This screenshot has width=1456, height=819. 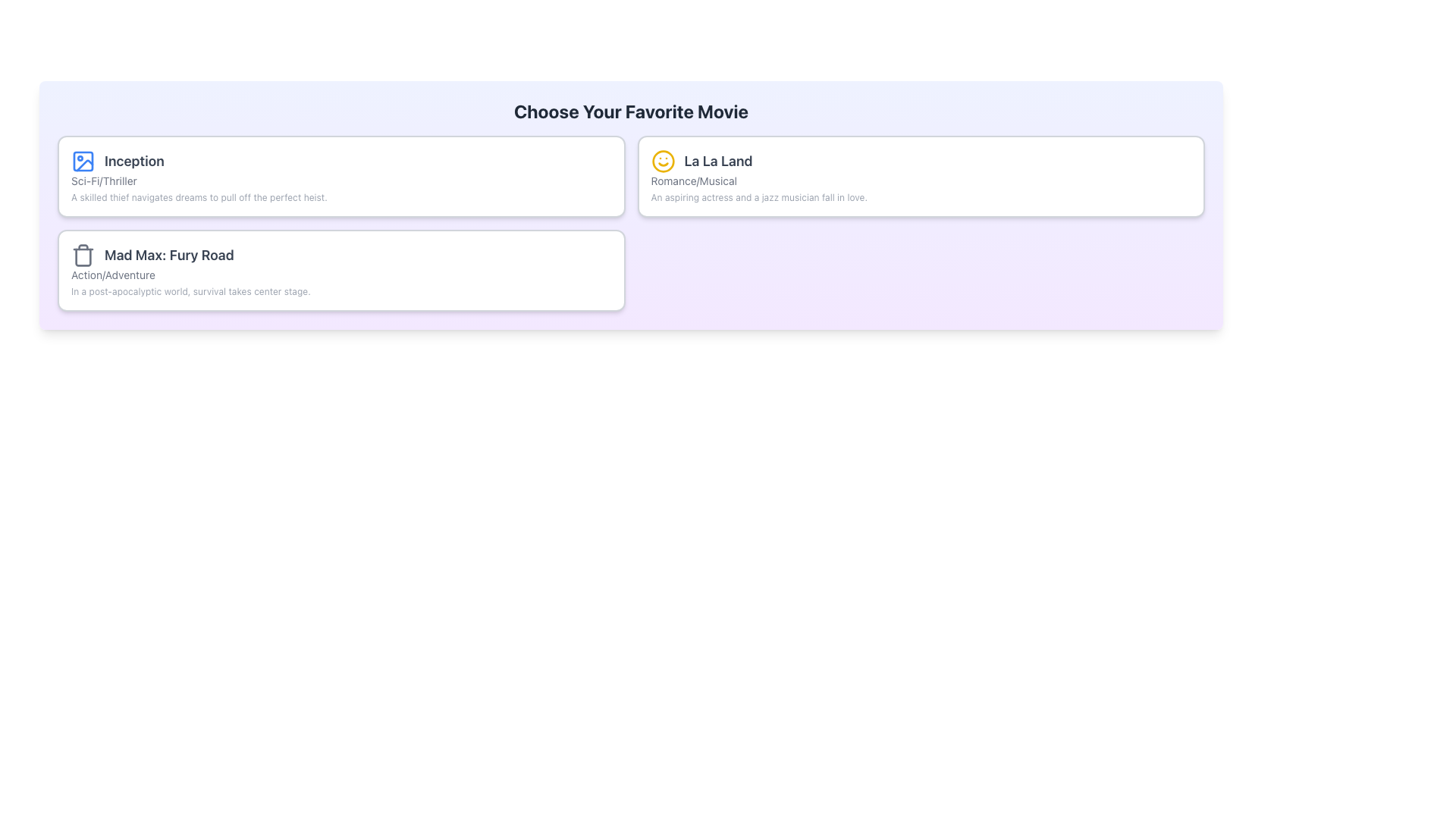 I want to click on the interactive movie card located in the first row and first column of the grid, so click(x=340, y=175).